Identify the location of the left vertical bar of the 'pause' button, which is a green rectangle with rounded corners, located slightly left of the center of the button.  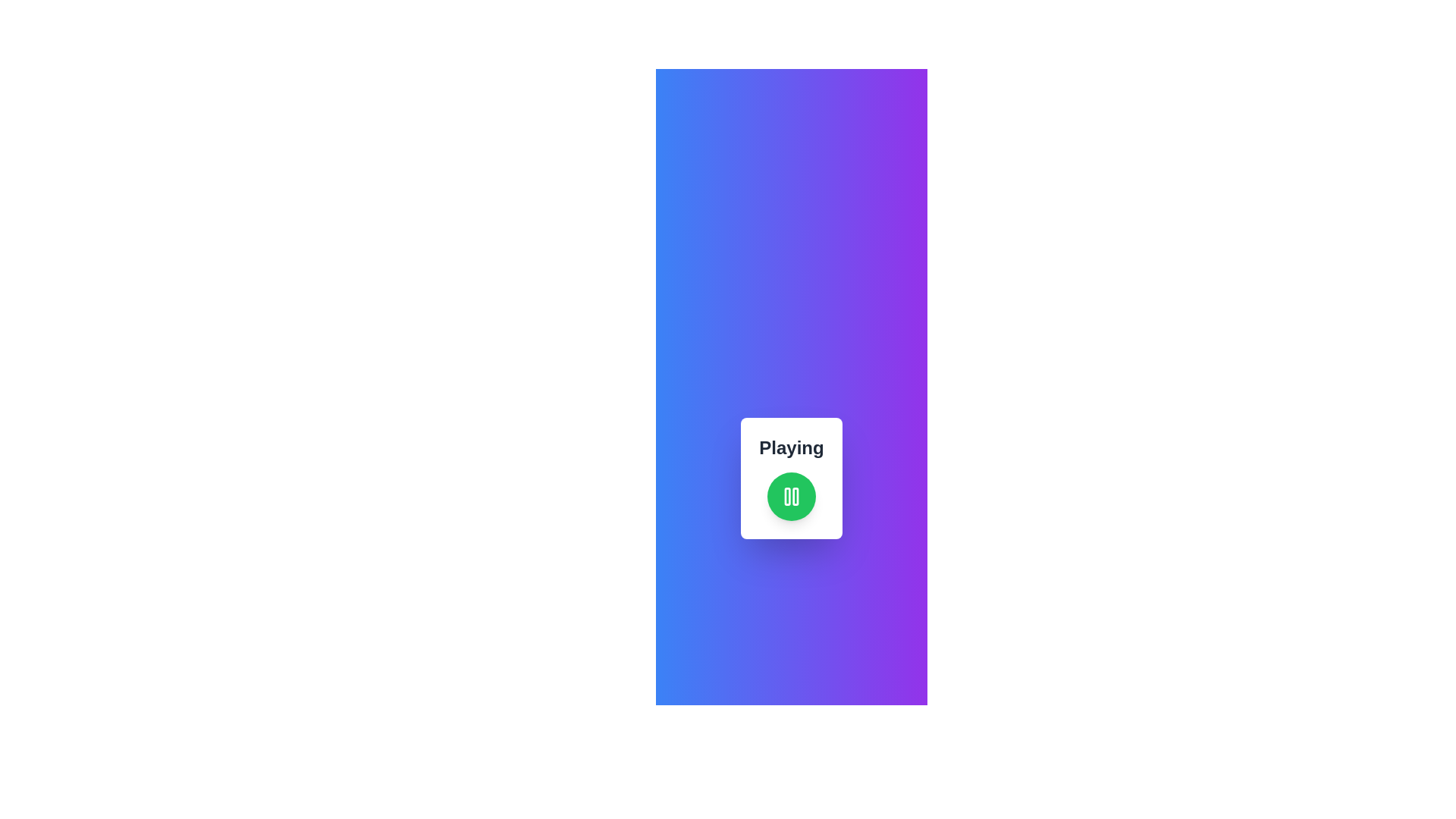
(786, 497).